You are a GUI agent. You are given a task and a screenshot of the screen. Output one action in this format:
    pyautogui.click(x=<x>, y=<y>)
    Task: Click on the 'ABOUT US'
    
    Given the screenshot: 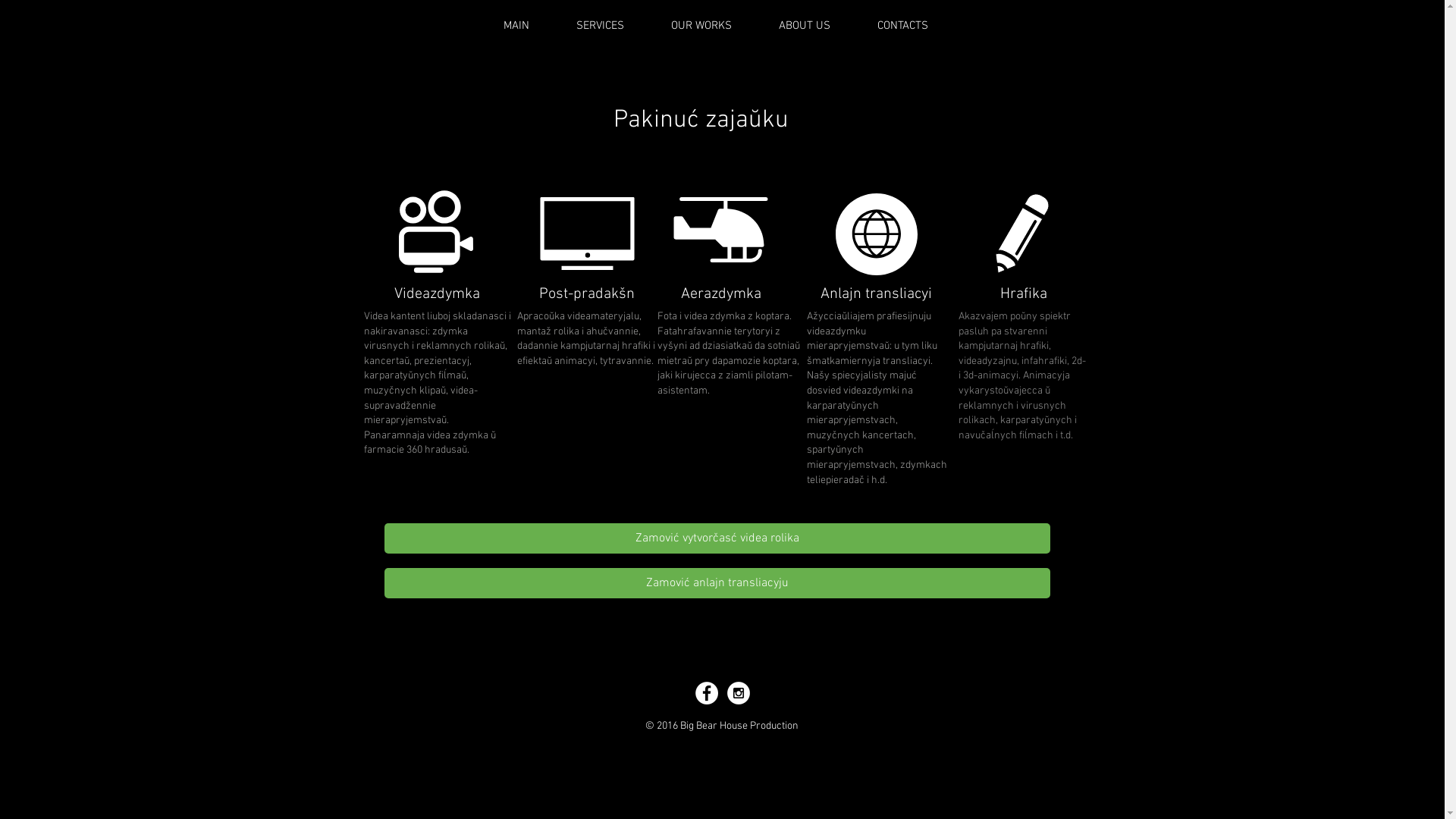 What is the action you would take?
    pyautogui.click(x=803, y=26)
    